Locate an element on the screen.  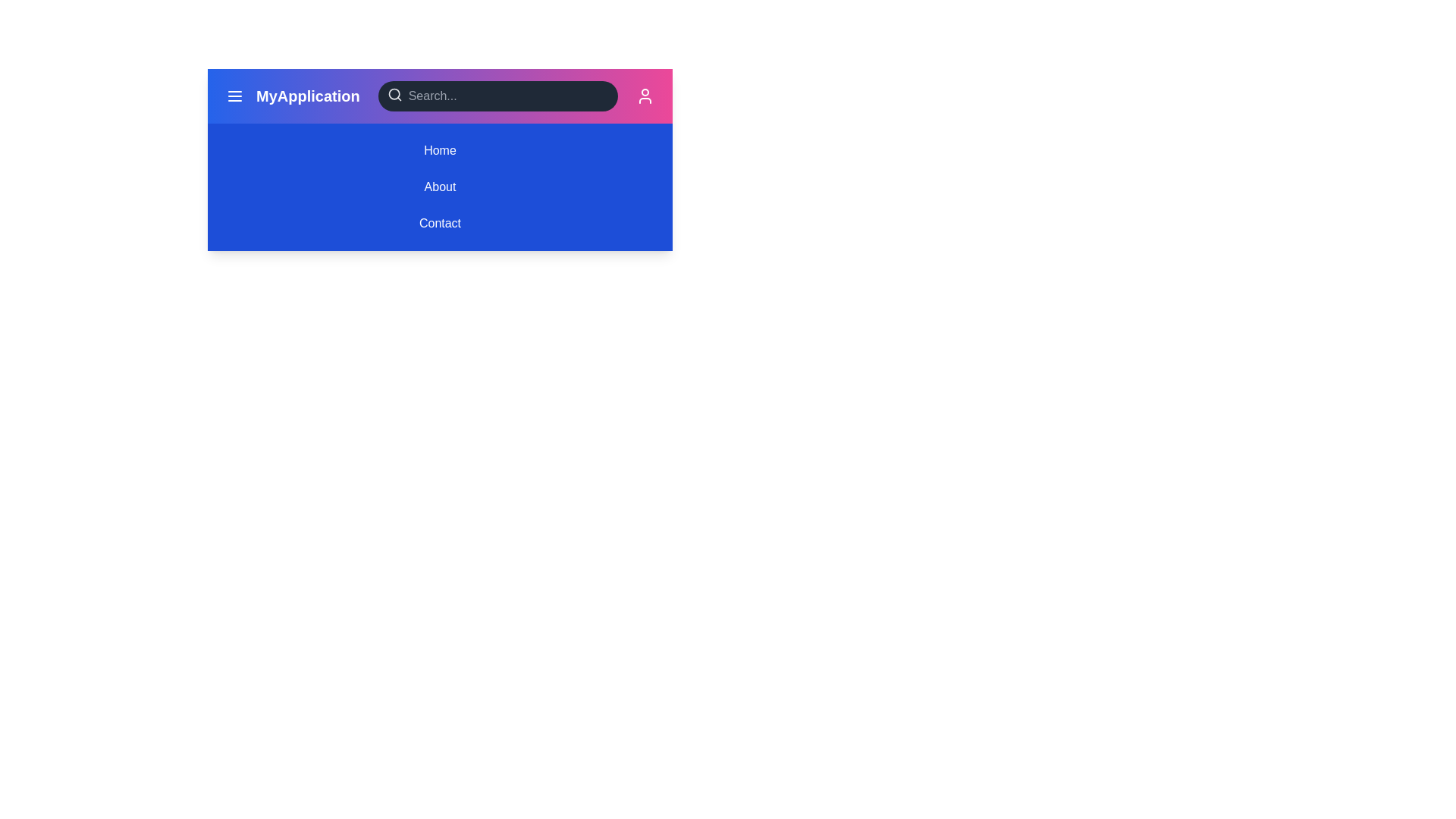
the user icon to access user options is located at coordinates (645, 96).